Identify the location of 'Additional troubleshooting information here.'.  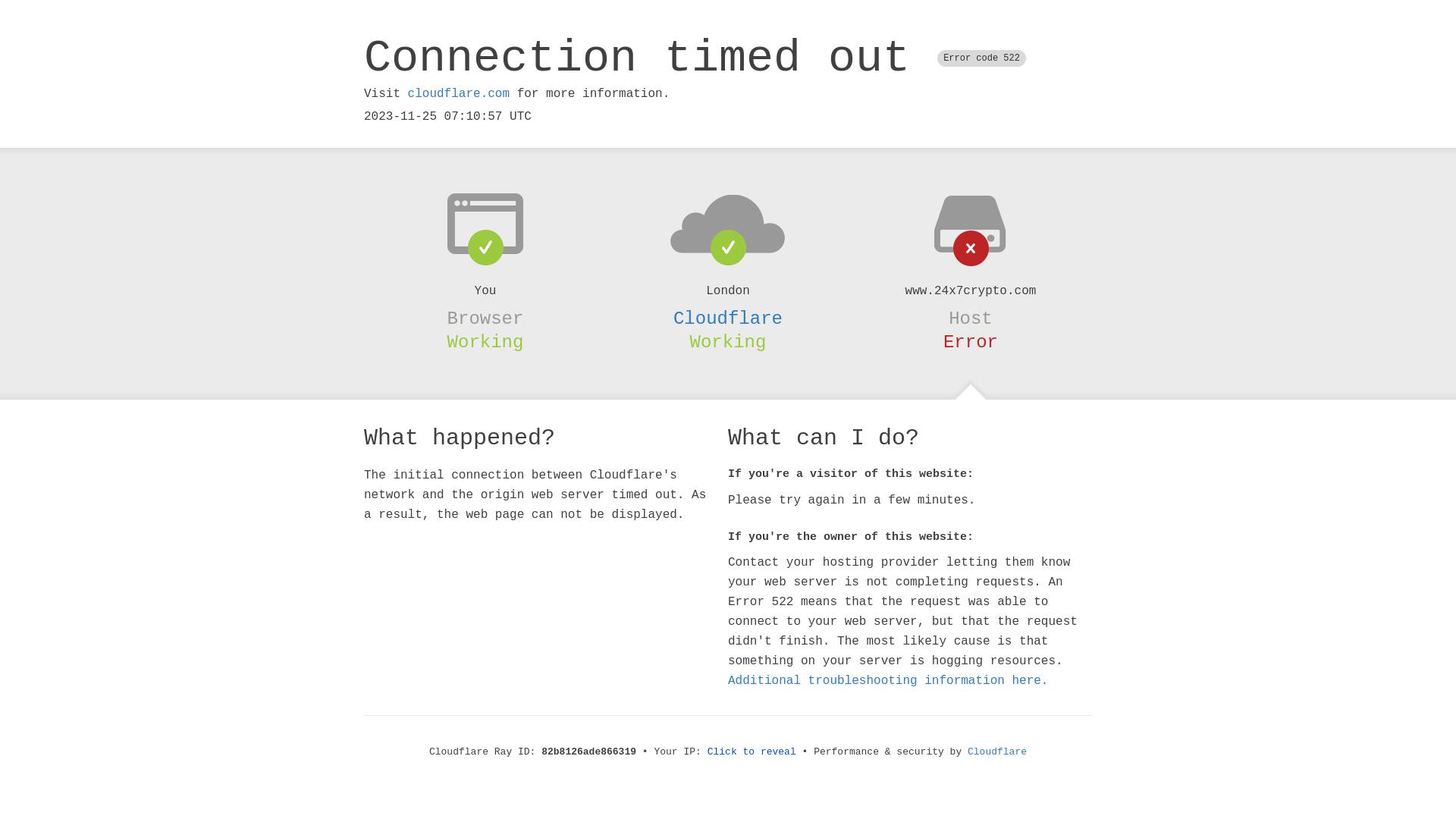
(888, 680).